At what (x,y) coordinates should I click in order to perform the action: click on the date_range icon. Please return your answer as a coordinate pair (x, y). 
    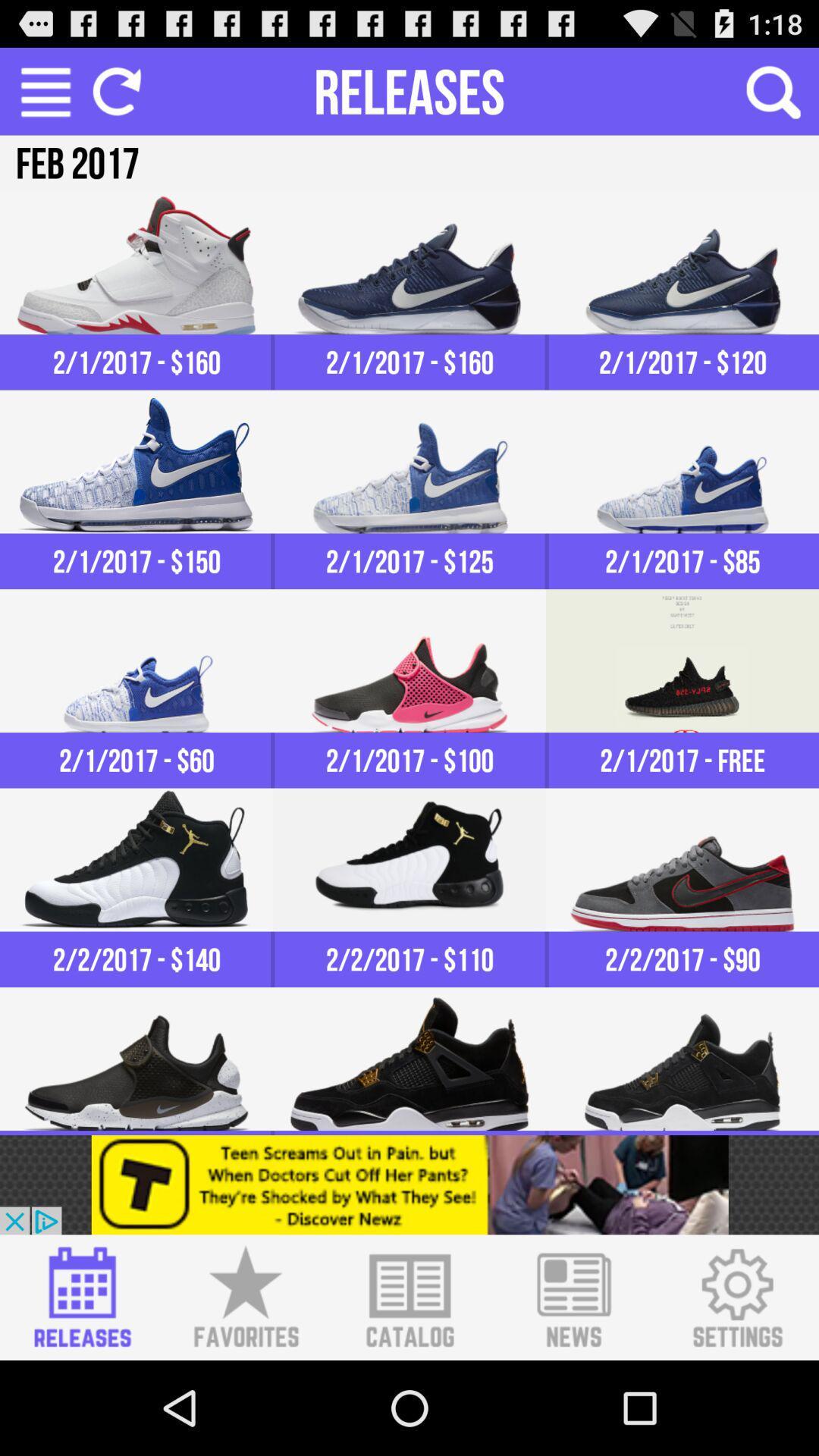
    Looking at the image, I should click on (82, 1389).